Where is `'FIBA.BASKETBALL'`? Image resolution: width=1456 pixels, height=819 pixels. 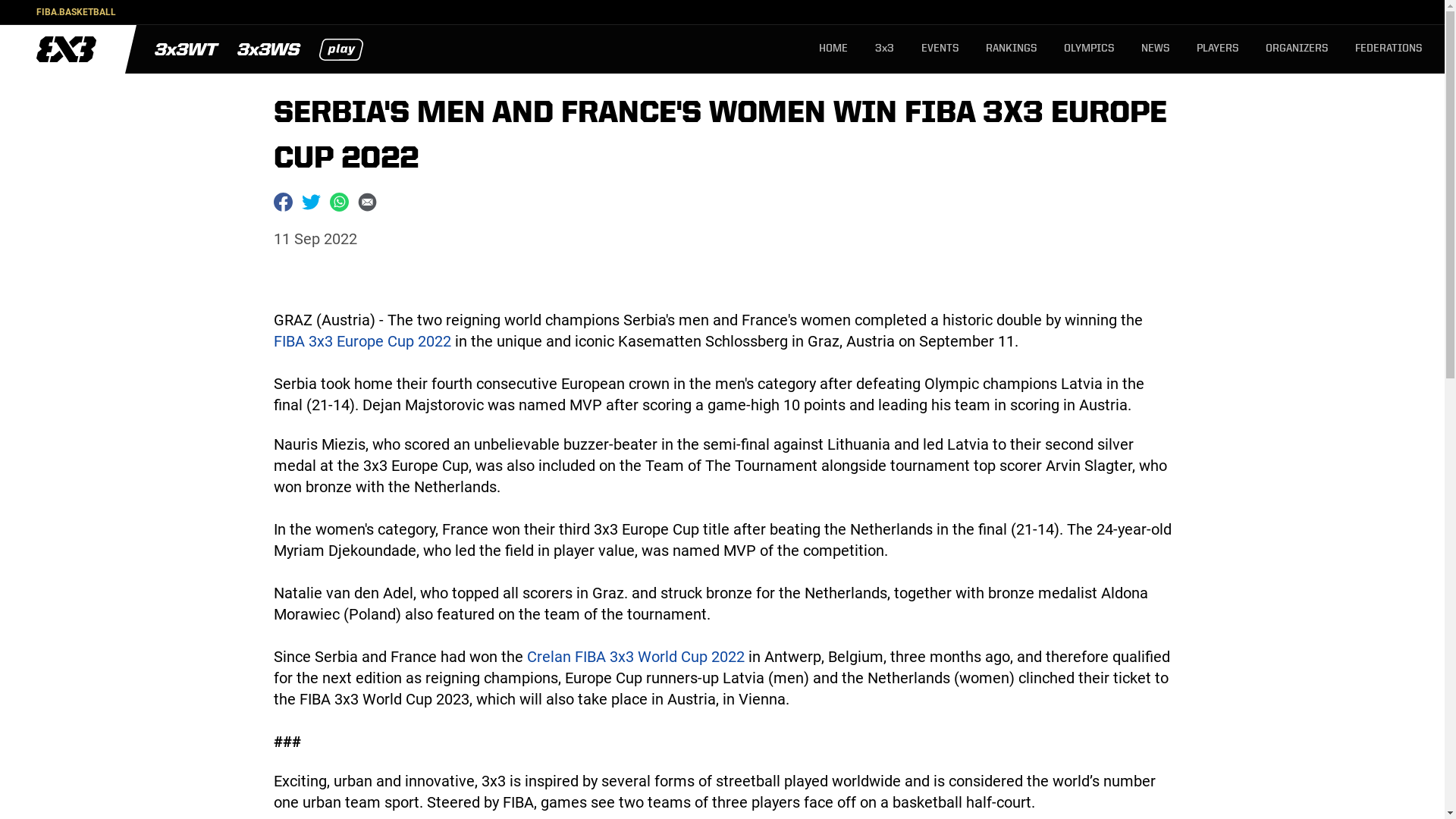 'FIBA.BASKETBALL' is located at coordinates (75, 11).